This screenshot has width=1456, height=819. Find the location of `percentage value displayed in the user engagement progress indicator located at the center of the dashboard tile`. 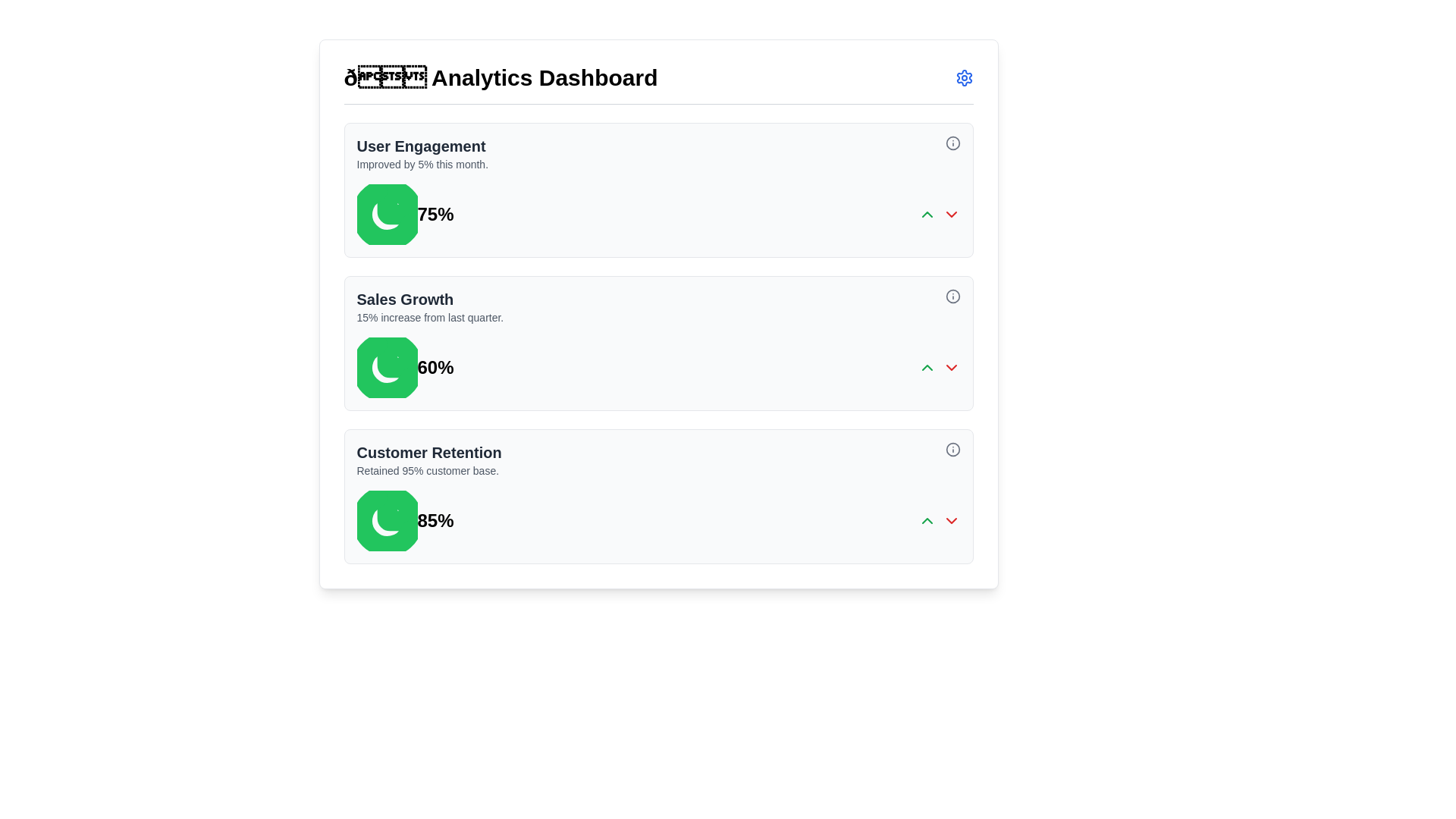

percentage value displayed in the user engagement progress indicator located at the center of the dashboard tile is located at coordinates (658, 214).